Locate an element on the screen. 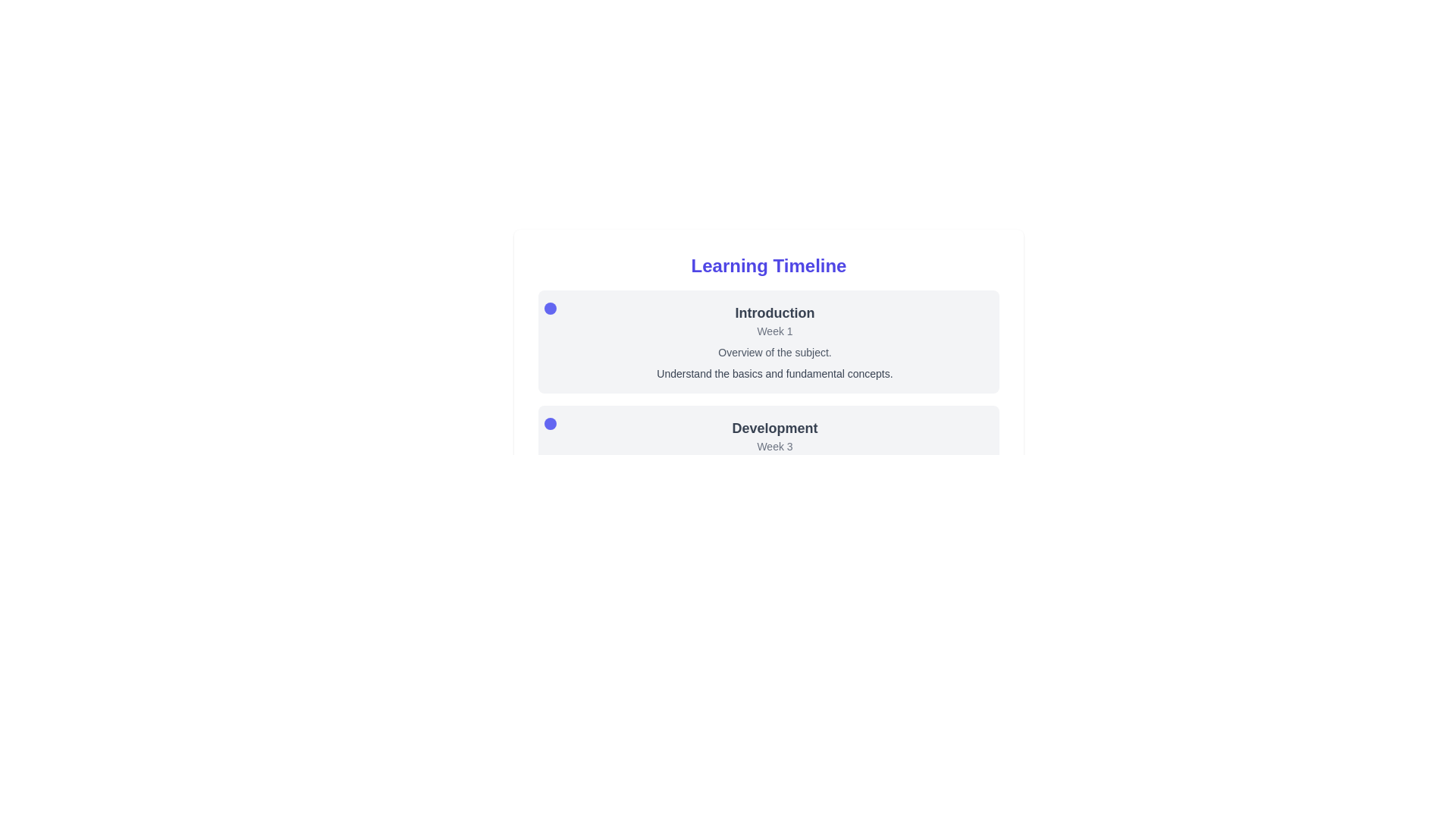 Image resolution: width=1456 pixels, height=819 pixels. the circular indigo decorative bullet point located to the left of the 'Development' text in the timeline card structure is located at coordinates (549, 424).